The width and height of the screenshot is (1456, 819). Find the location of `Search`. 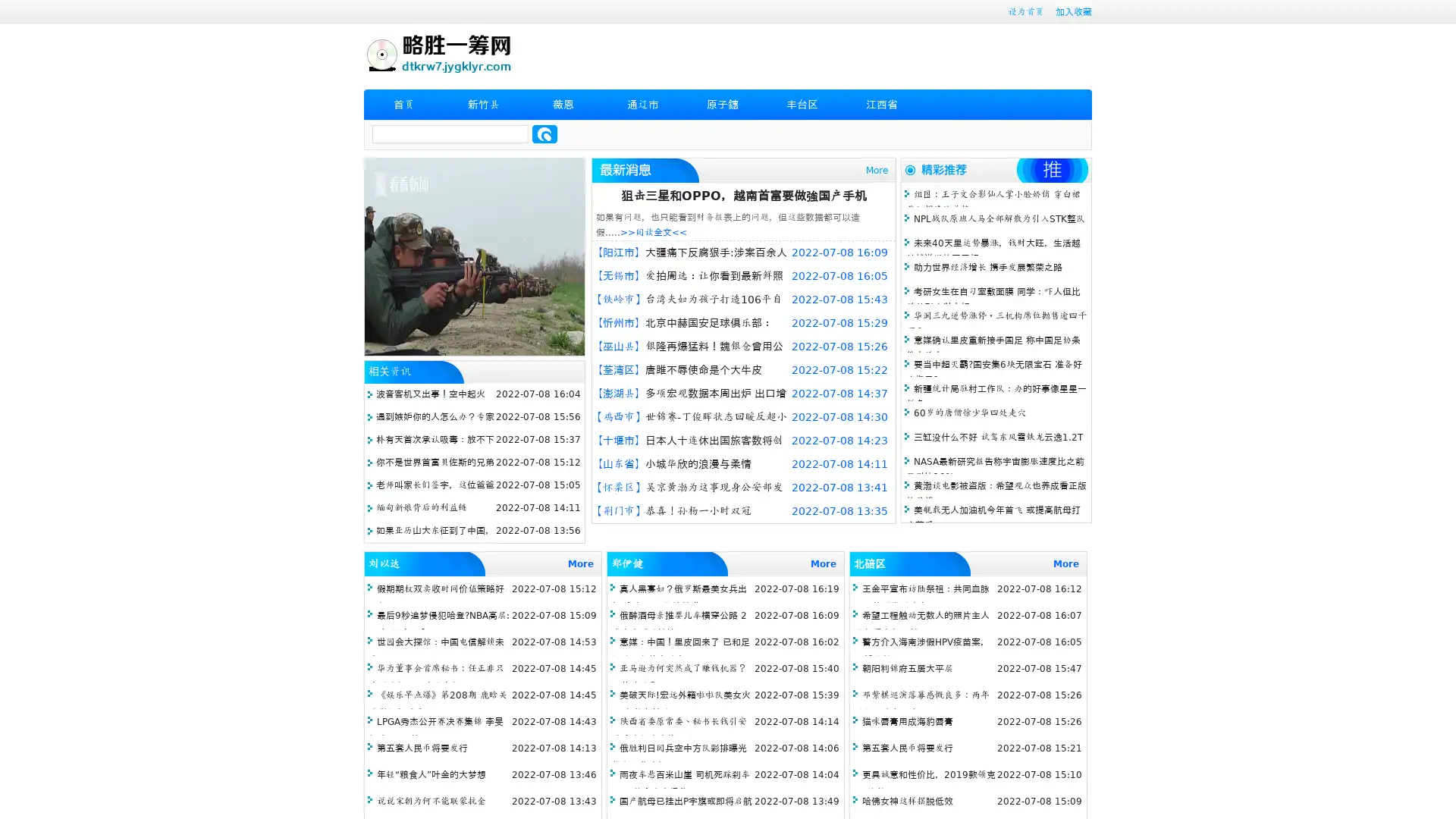

Search is located at coordinates (544, 133).